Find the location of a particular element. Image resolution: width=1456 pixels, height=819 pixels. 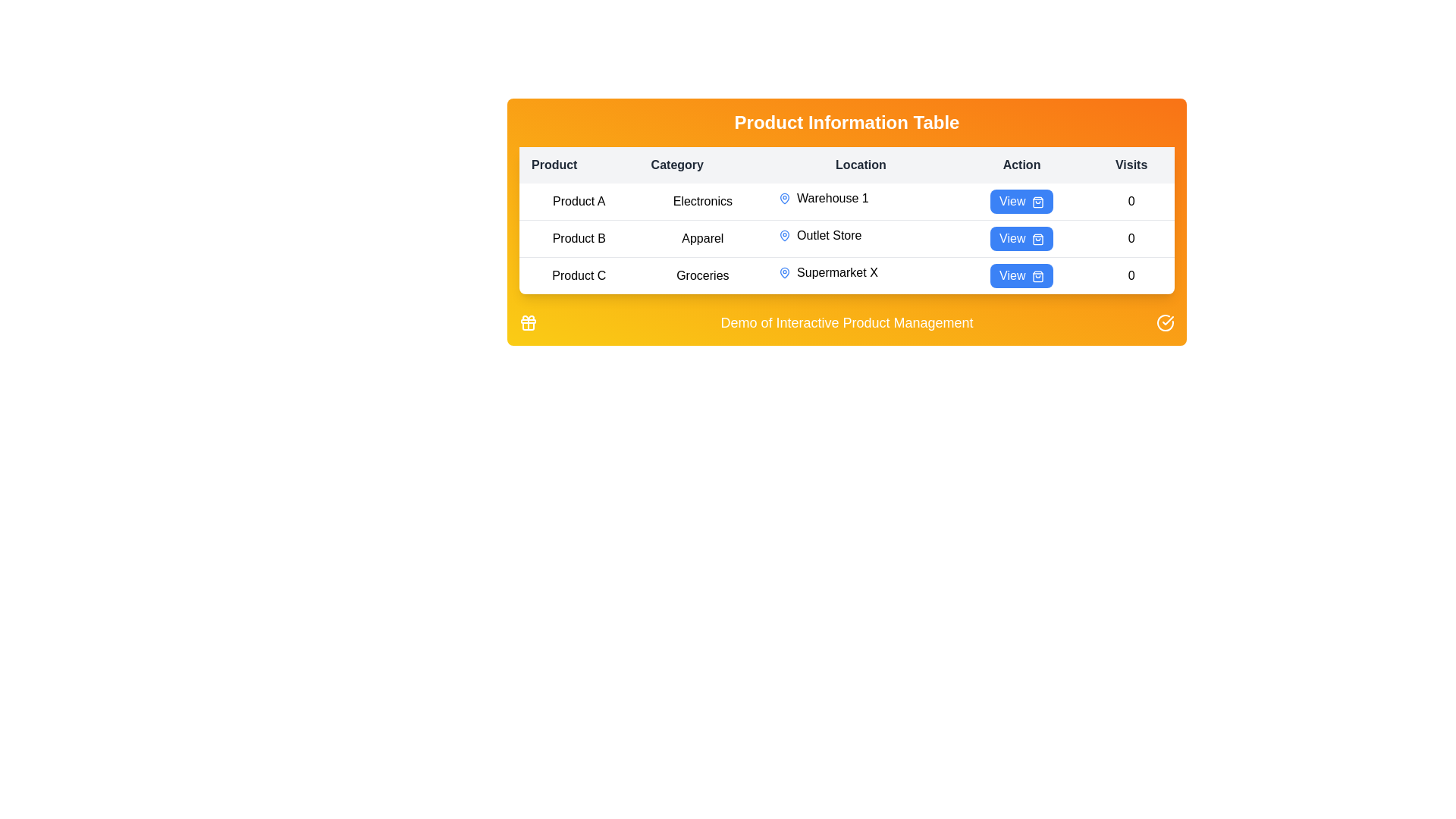

the text label displaying the location name in the third column of the first row of the 'Product Information Table', which is positioned after 'Electronics' and before the 'View' button is located at coordinates (861, 198).